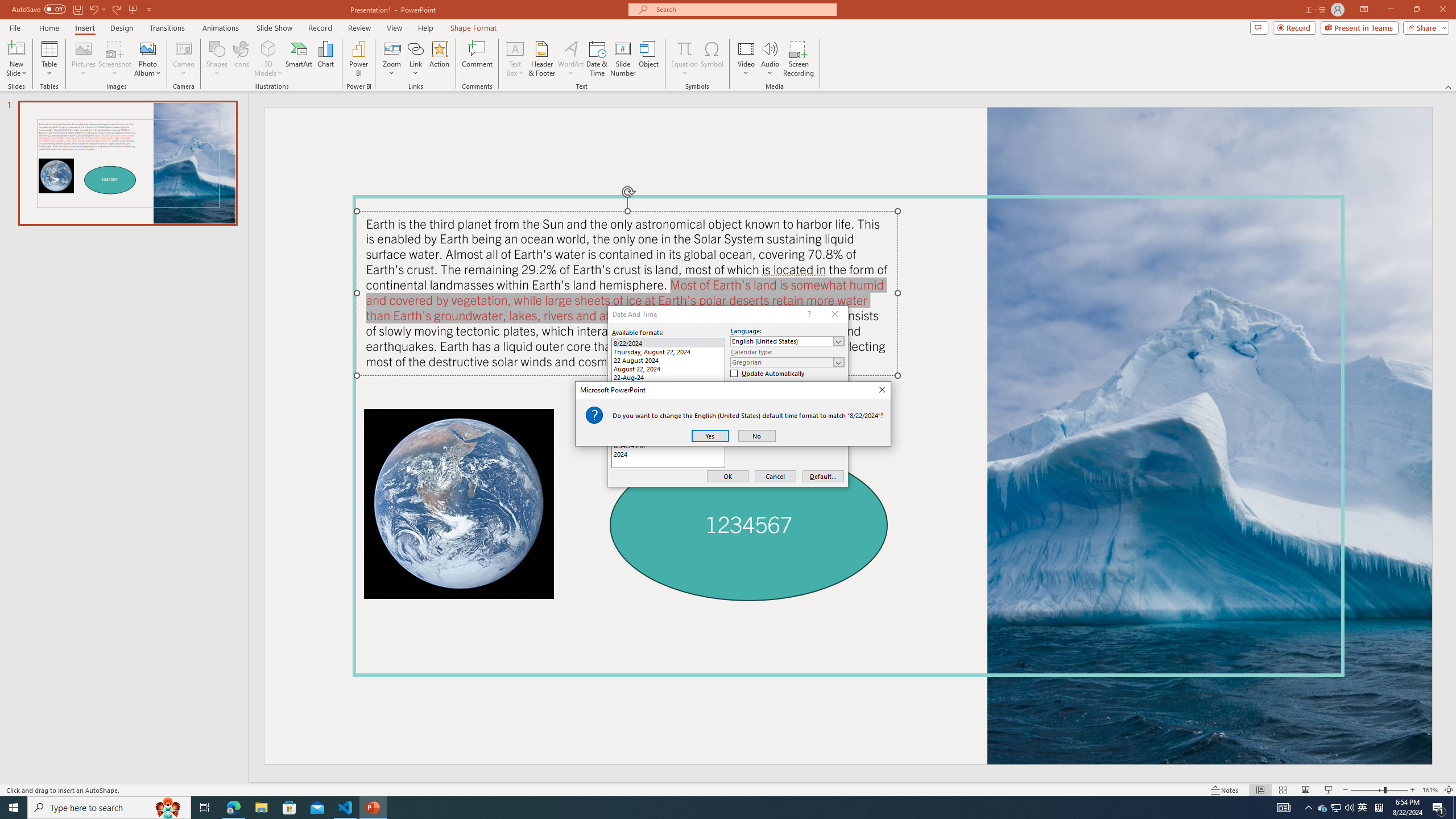  What do you see at coordinates (147, 48) in the screenshot?
I see `'New Photo Album...'` at bounding box center [147, 48].